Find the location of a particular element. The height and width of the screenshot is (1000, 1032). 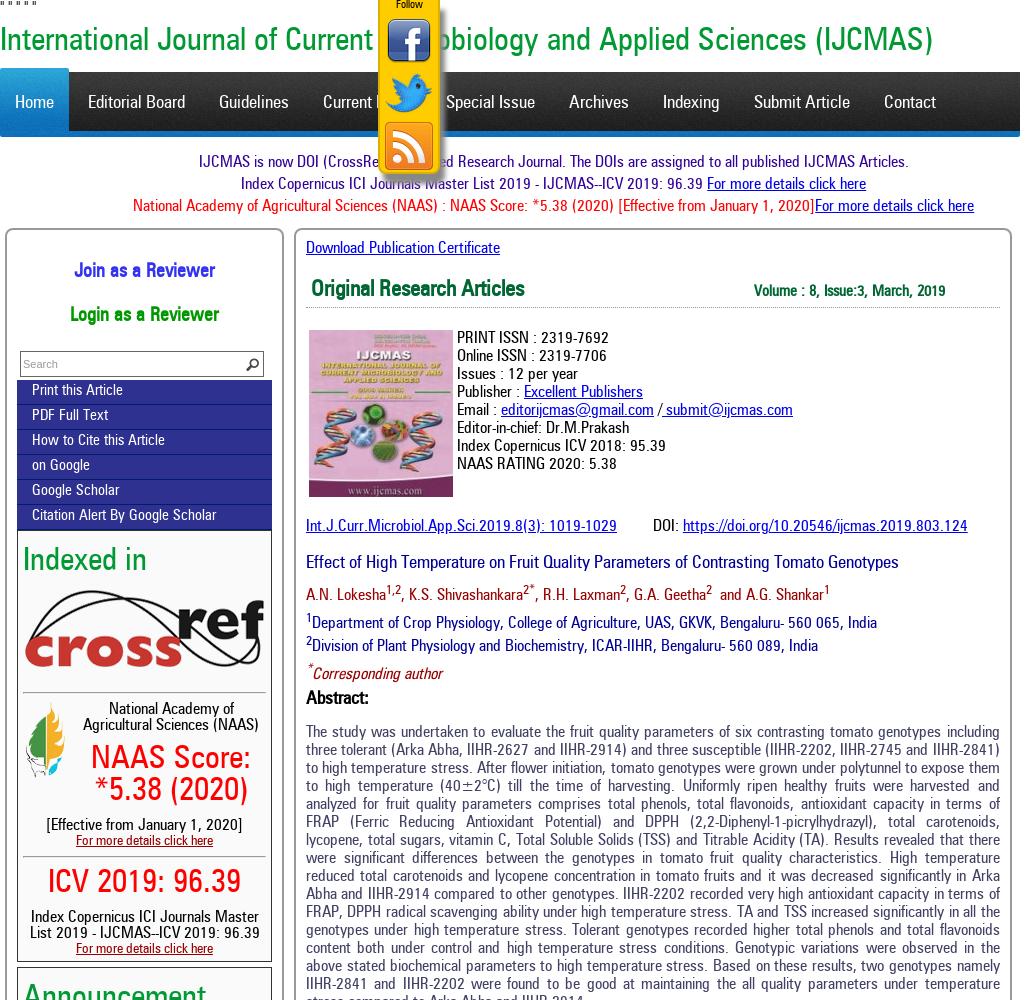

'Volume : 8, Issue:3, March, 2019' is located at coordinates (849, 292).